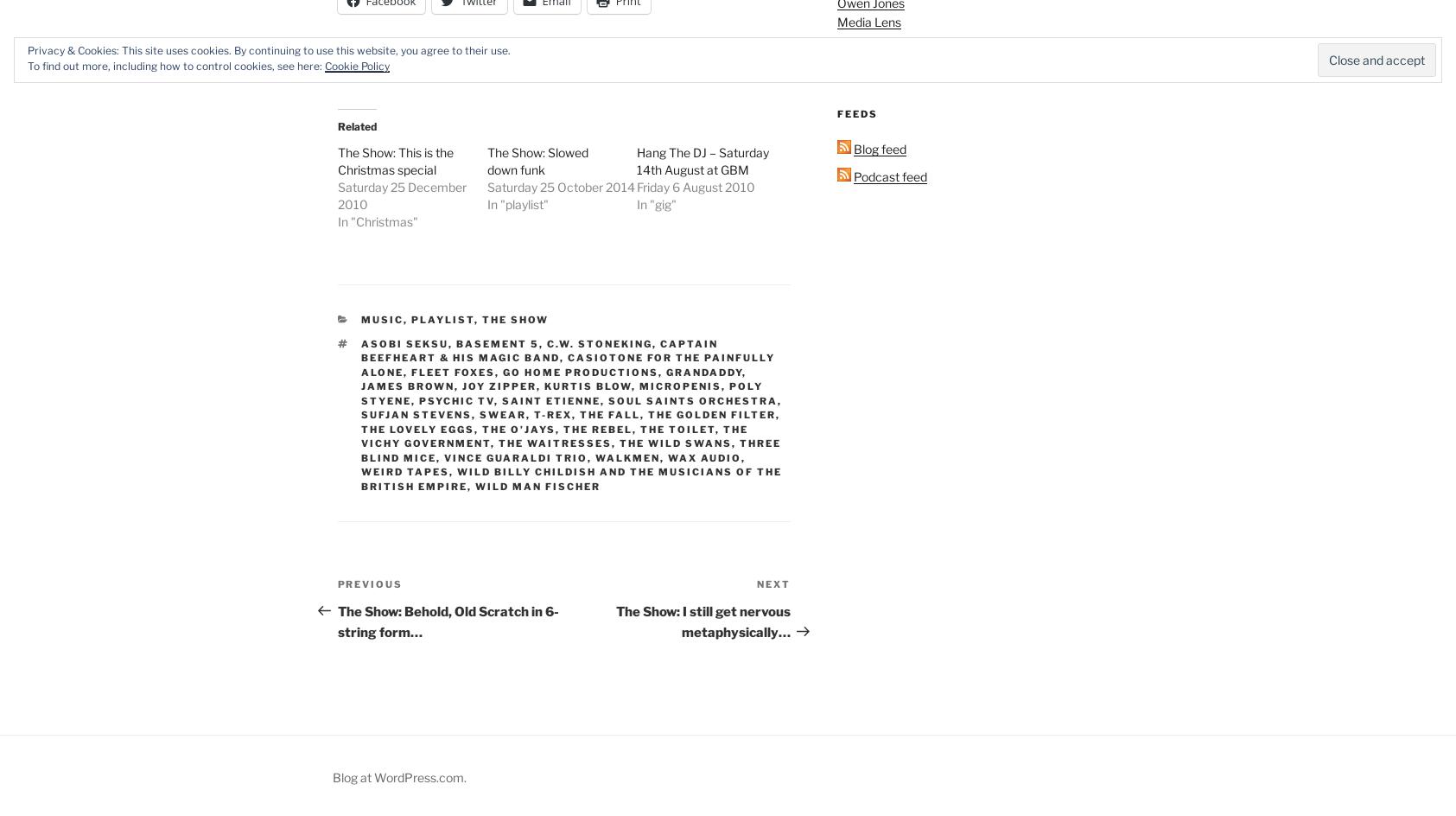  What do you see at coordinates (404, 343) in the screenshot?
I see `'Asobi Seksu'` at bounding box center [404, 343].